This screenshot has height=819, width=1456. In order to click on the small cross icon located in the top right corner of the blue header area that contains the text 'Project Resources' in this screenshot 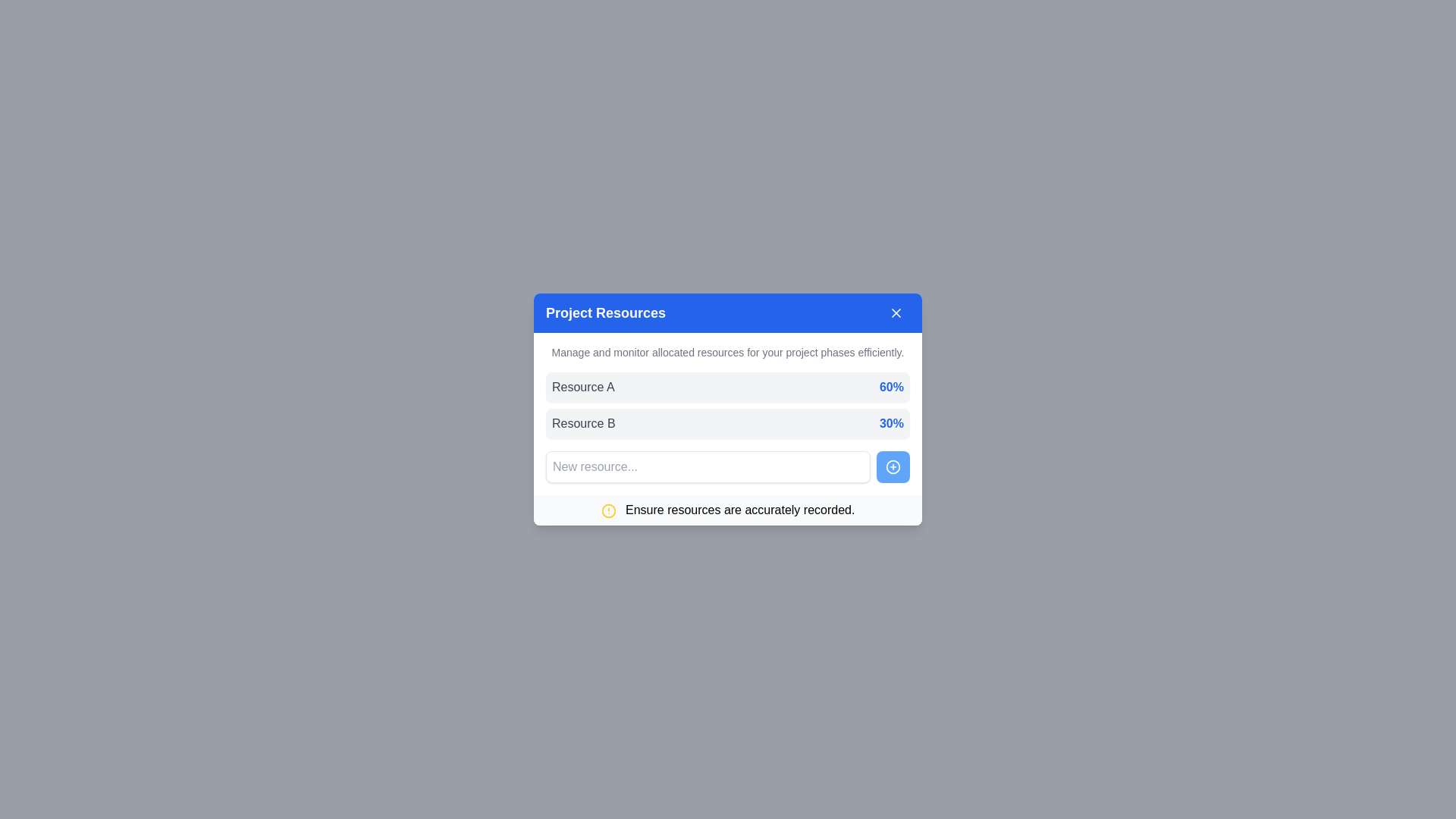, I will do `click(896, 312)`.